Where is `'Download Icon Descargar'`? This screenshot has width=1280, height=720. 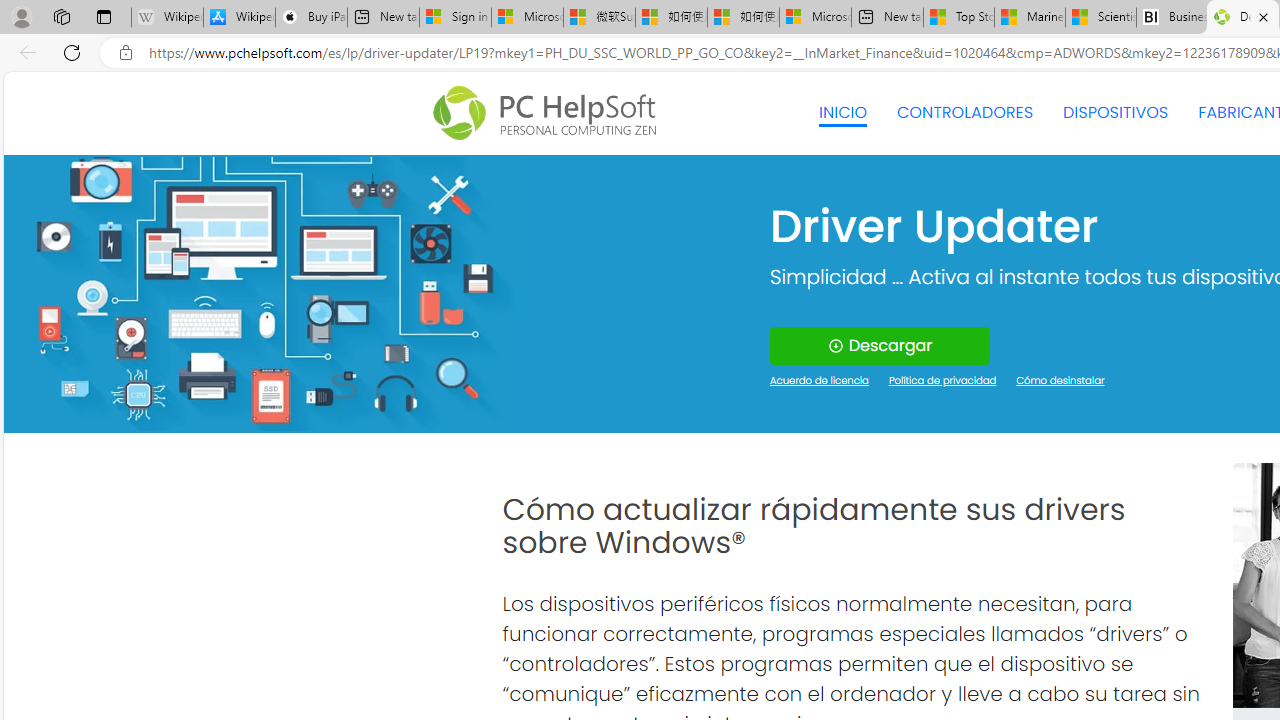
'Download Icon Descargar' is located at coordinates (880, 345).